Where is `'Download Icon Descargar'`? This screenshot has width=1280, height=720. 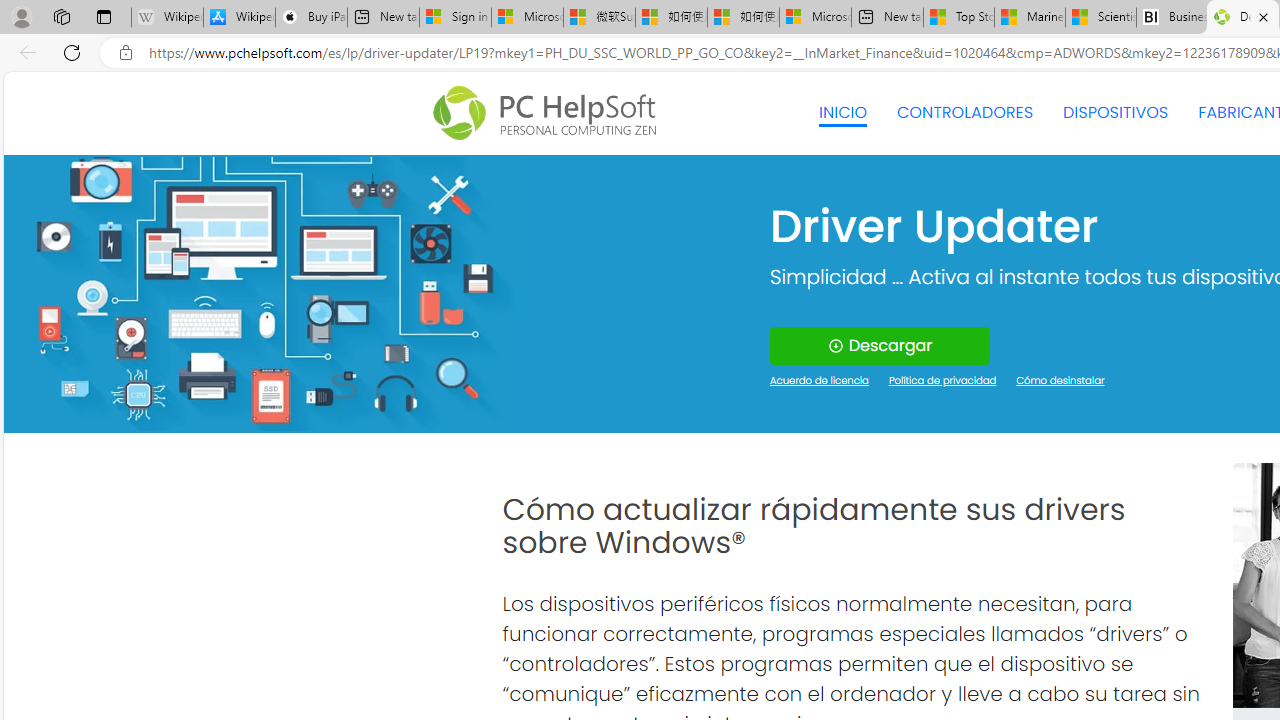
'Download Icon Descargar' is located at coordinates (880, 345).